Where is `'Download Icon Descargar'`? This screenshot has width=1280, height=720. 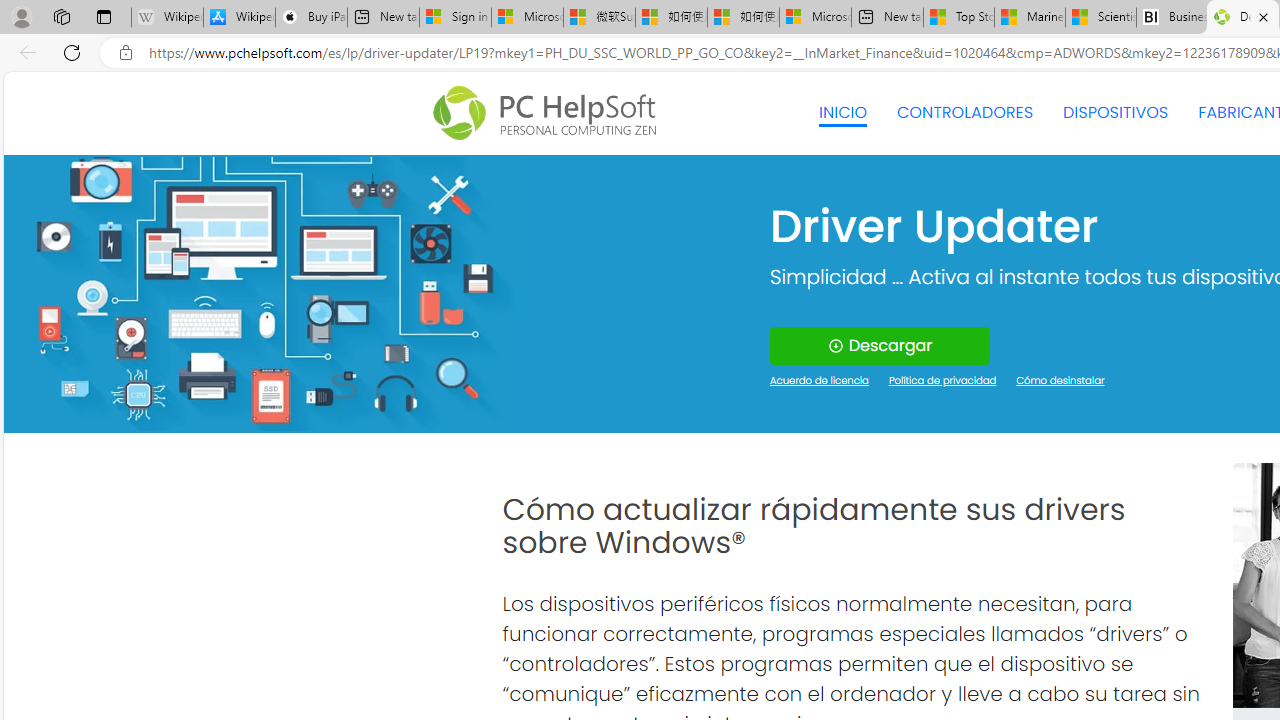
'Download Icon Descargar' is located at coordinates (880, 345).